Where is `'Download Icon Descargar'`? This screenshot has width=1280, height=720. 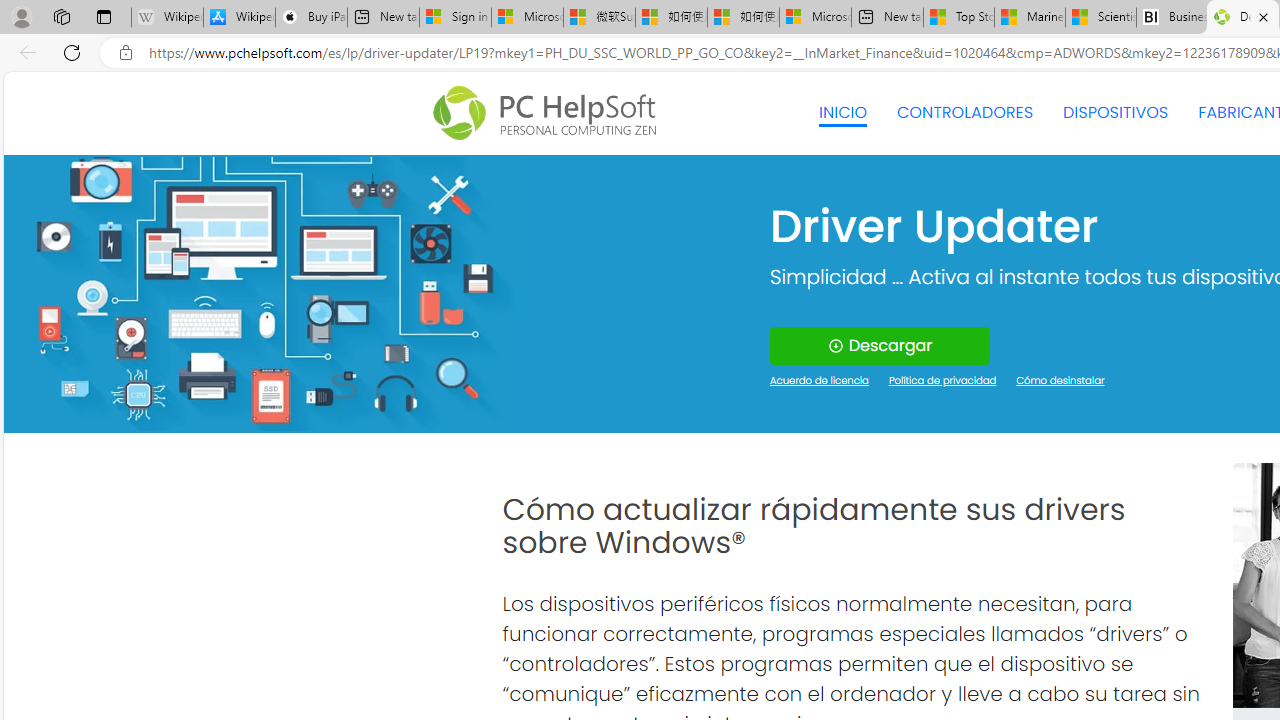
'Download Icon Descargar' is located at coordinates (880, 345).